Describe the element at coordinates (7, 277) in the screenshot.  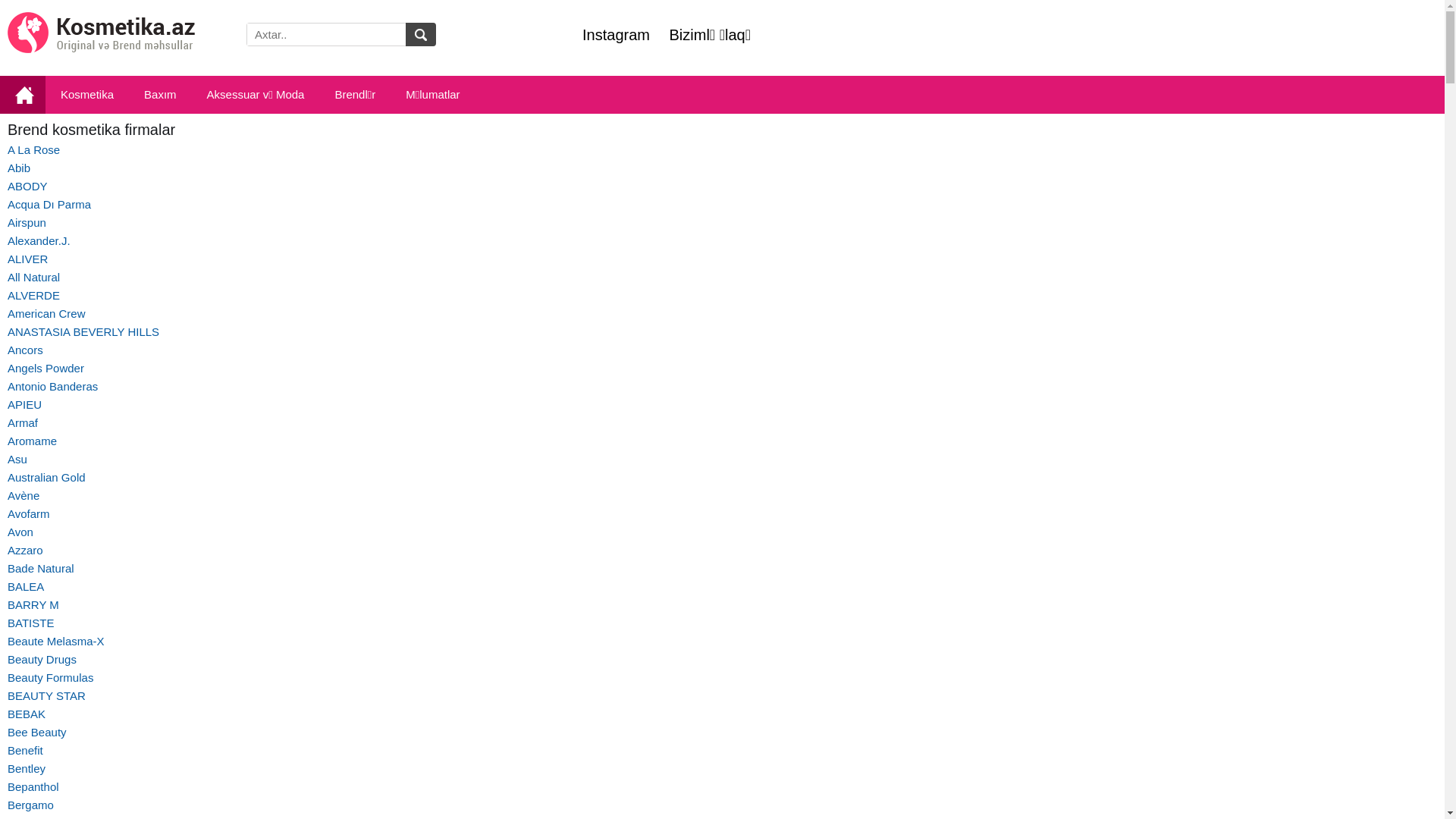
I see `'All Natural'` at that location.